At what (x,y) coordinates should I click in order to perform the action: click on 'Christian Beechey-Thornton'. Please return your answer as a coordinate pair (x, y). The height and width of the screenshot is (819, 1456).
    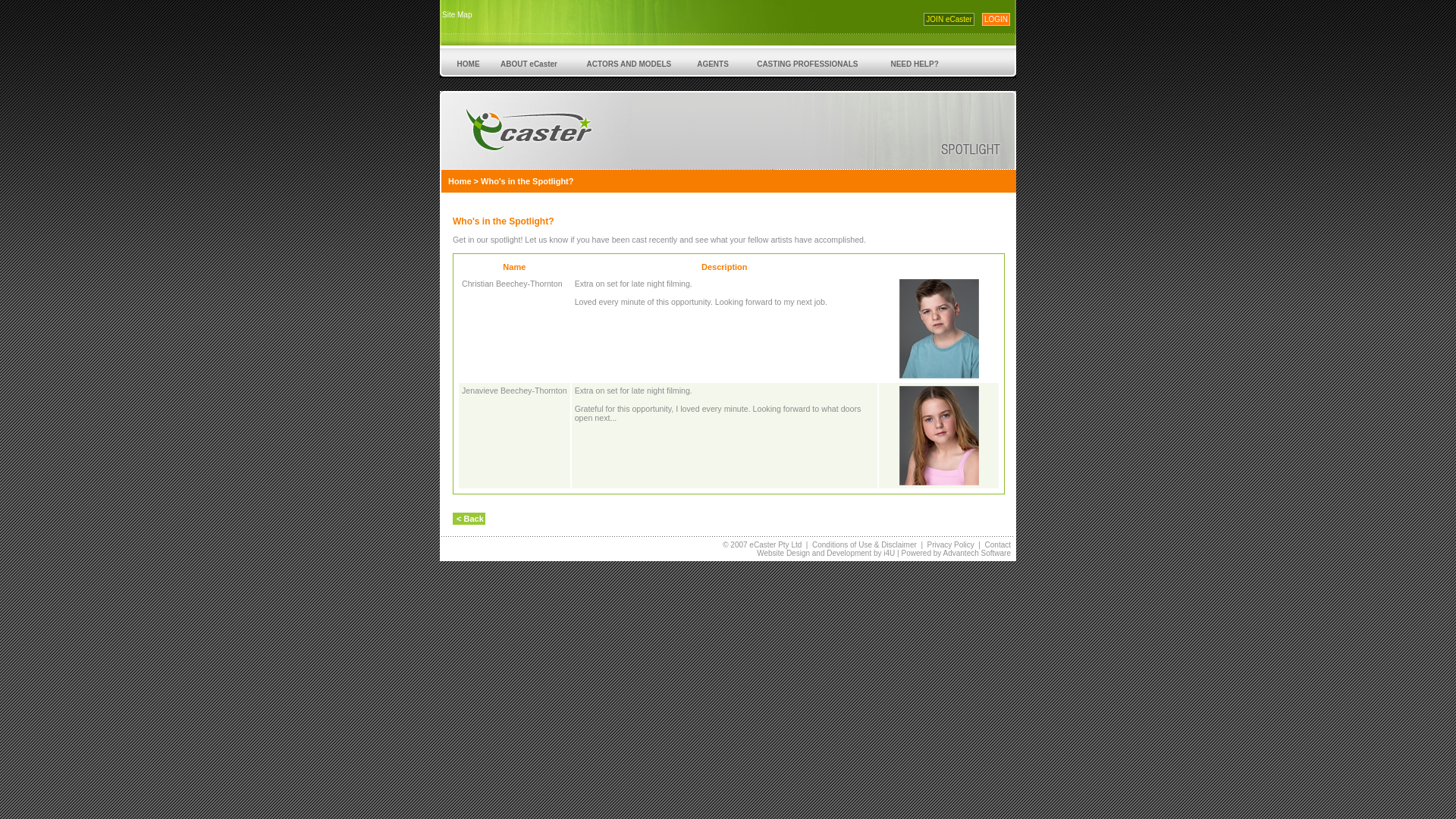
    Looking at the image, I should click on (512, 284).